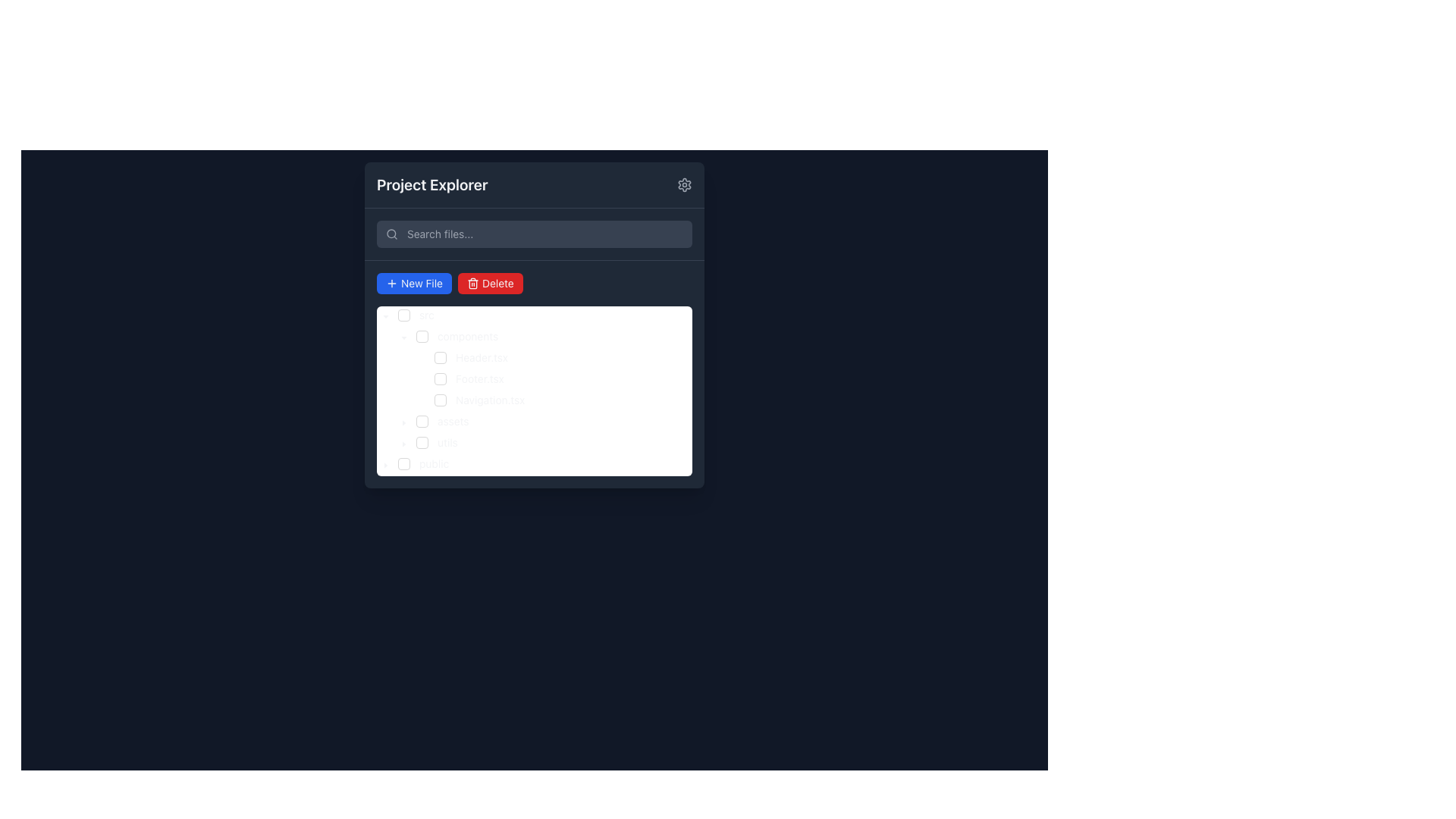  I want to click on on the file named 'Navigation.tsx' located in the Project Explorer panel under the 'components' folder, so click(490, 400).